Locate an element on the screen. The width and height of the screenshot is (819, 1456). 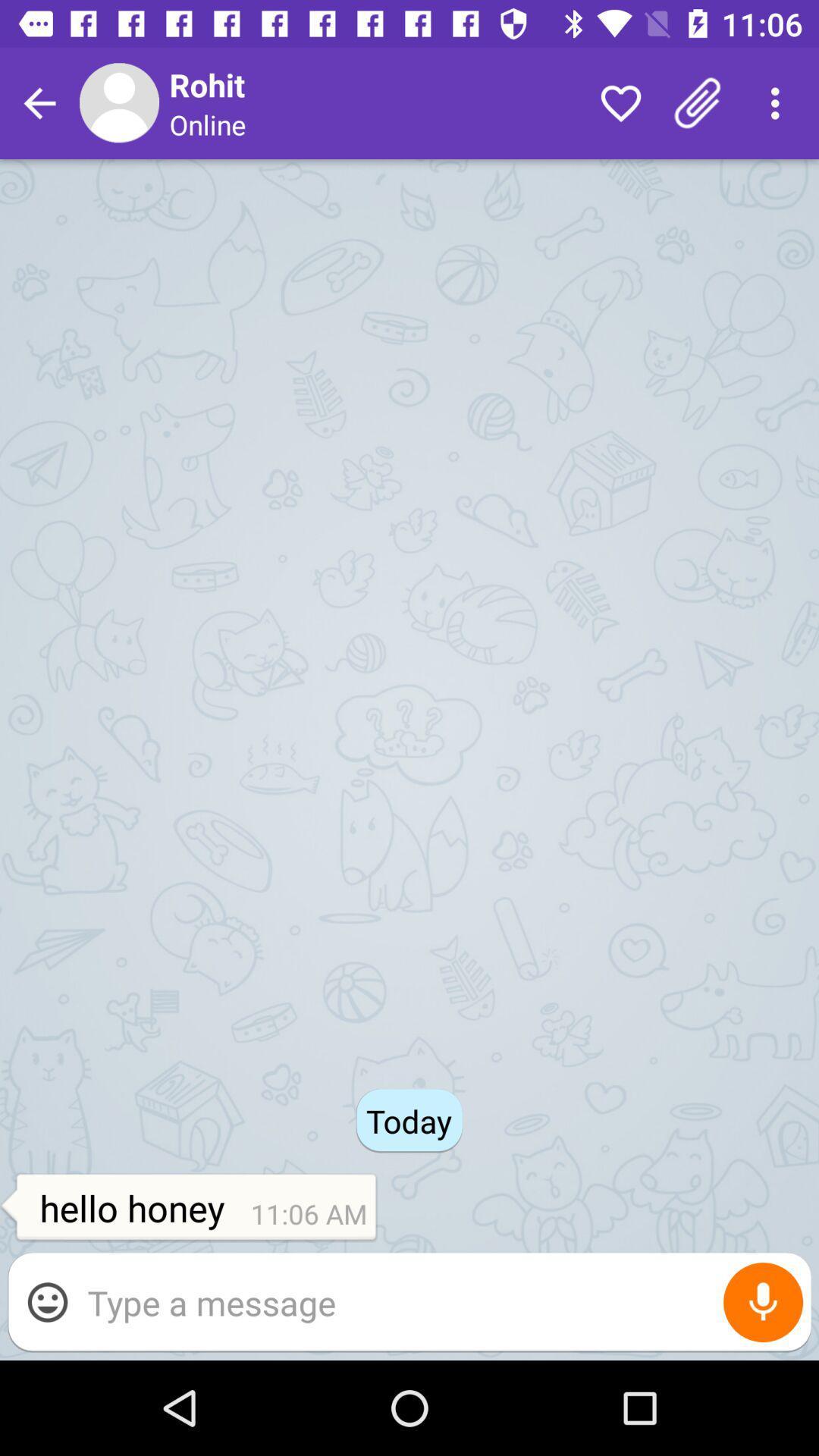
type a message is located at coordinates (441, 1301).